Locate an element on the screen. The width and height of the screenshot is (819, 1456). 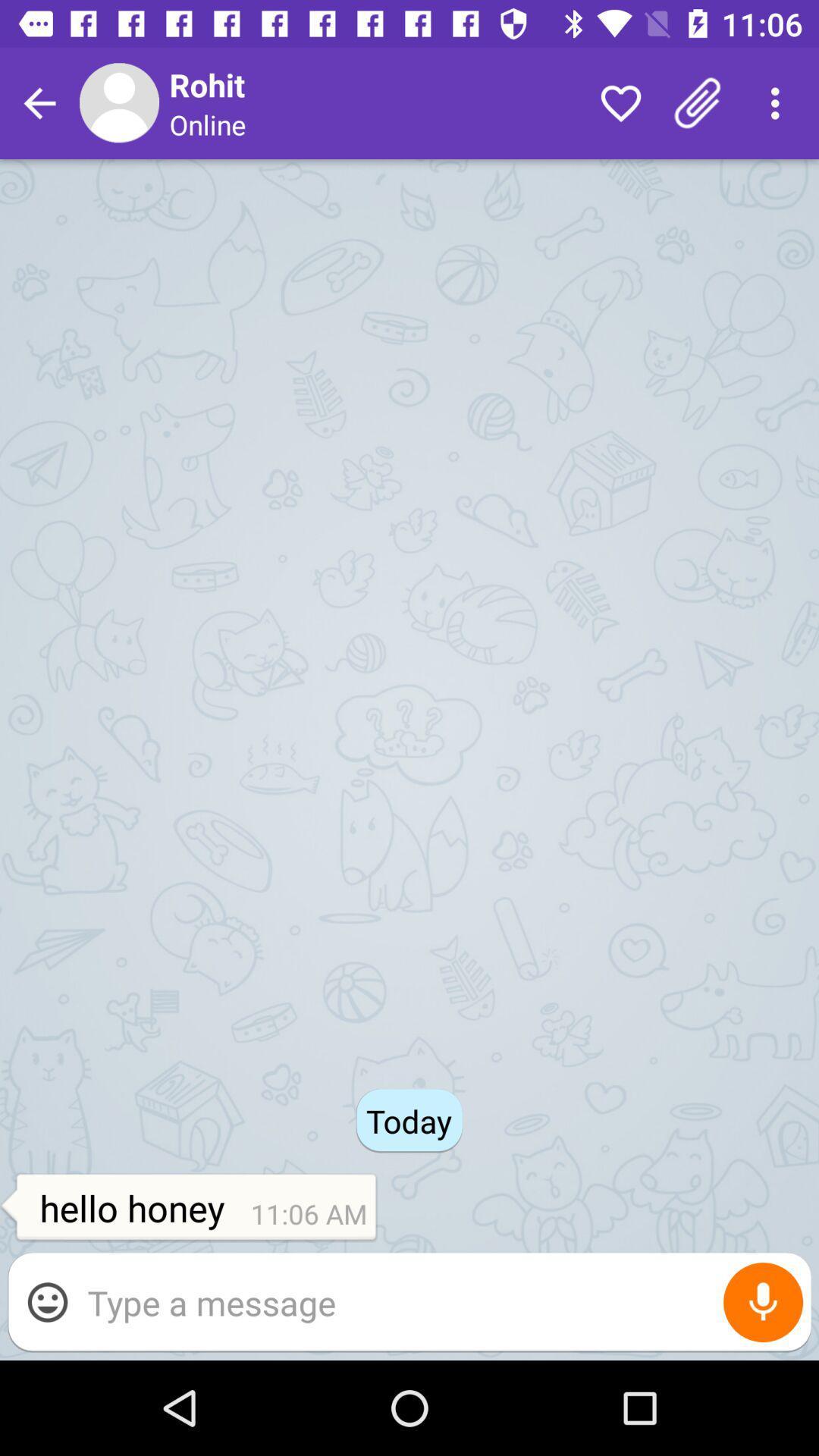
type a message is located at coordinates (441, 1301).